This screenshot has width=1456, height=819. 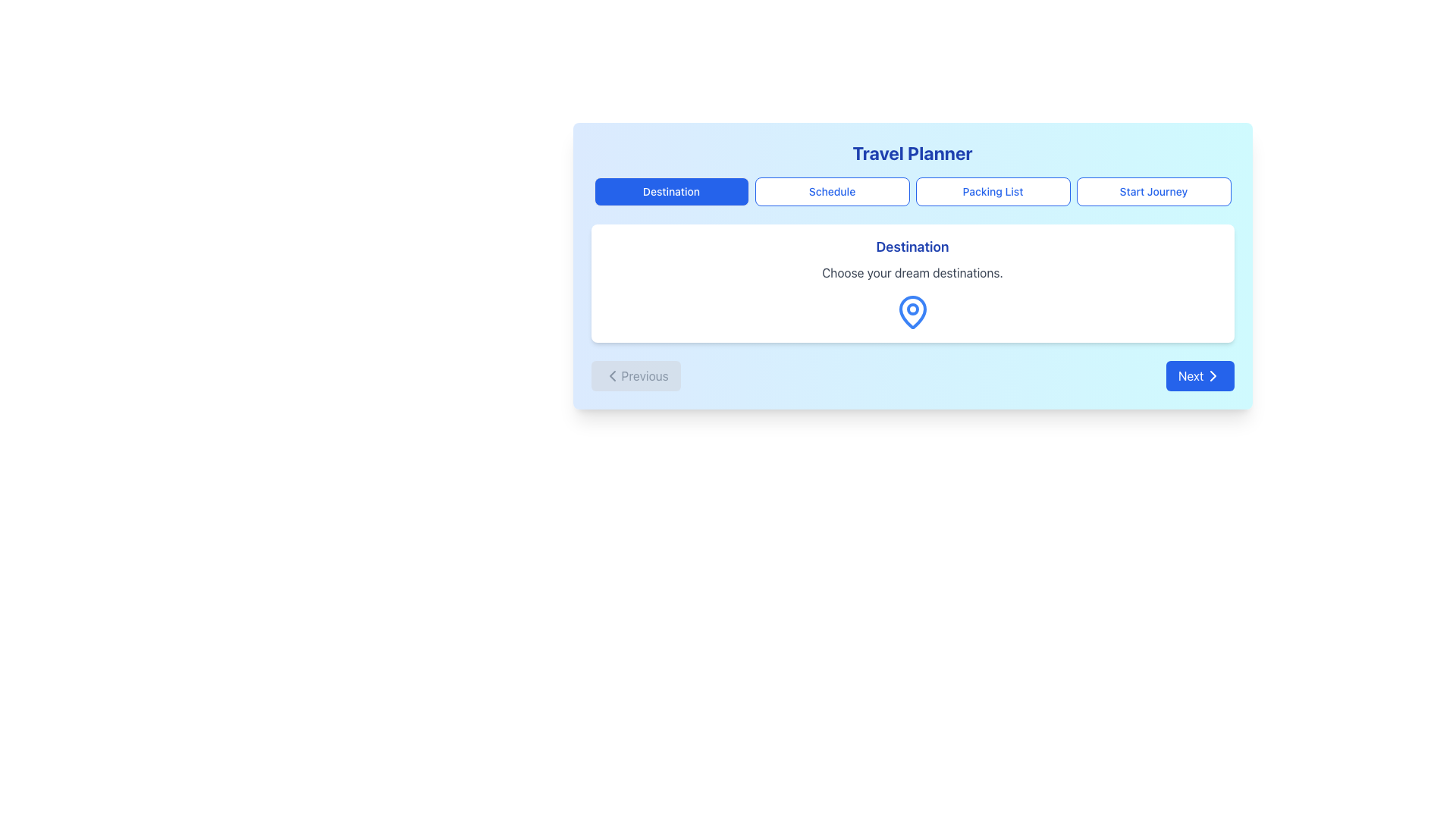 What do you see at coordinates (912, 312) in the screenshot?
I see `the map-pin-shaped icon with a blue outline and transparent center, which represents a location marker, located below the 'Destination' section in the main content area` at bounding box center [912, 312].